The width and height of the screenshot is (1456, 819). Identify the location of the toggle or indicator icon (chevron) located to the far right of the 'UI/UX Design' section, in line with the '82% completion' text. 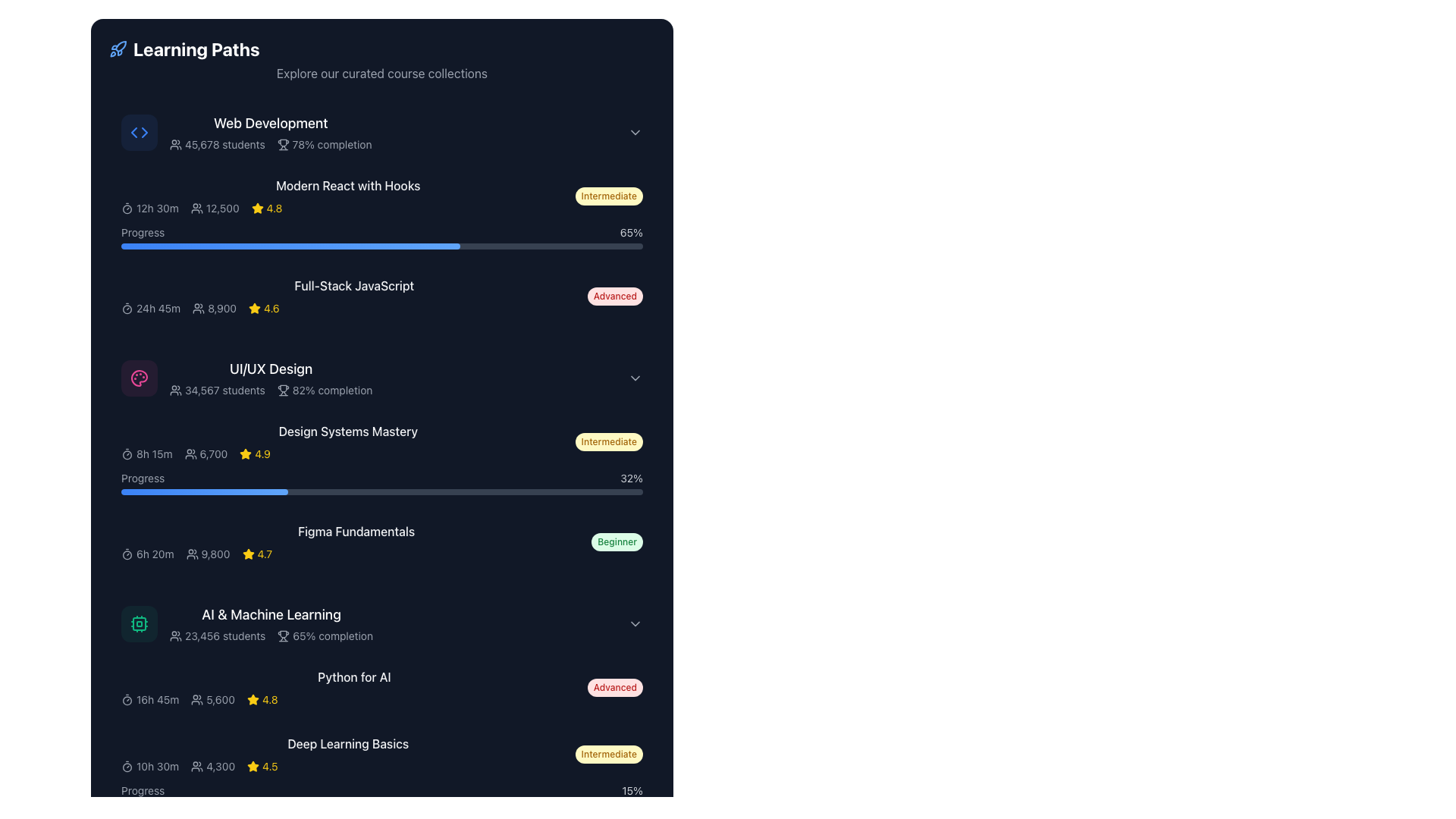
(635, 377).